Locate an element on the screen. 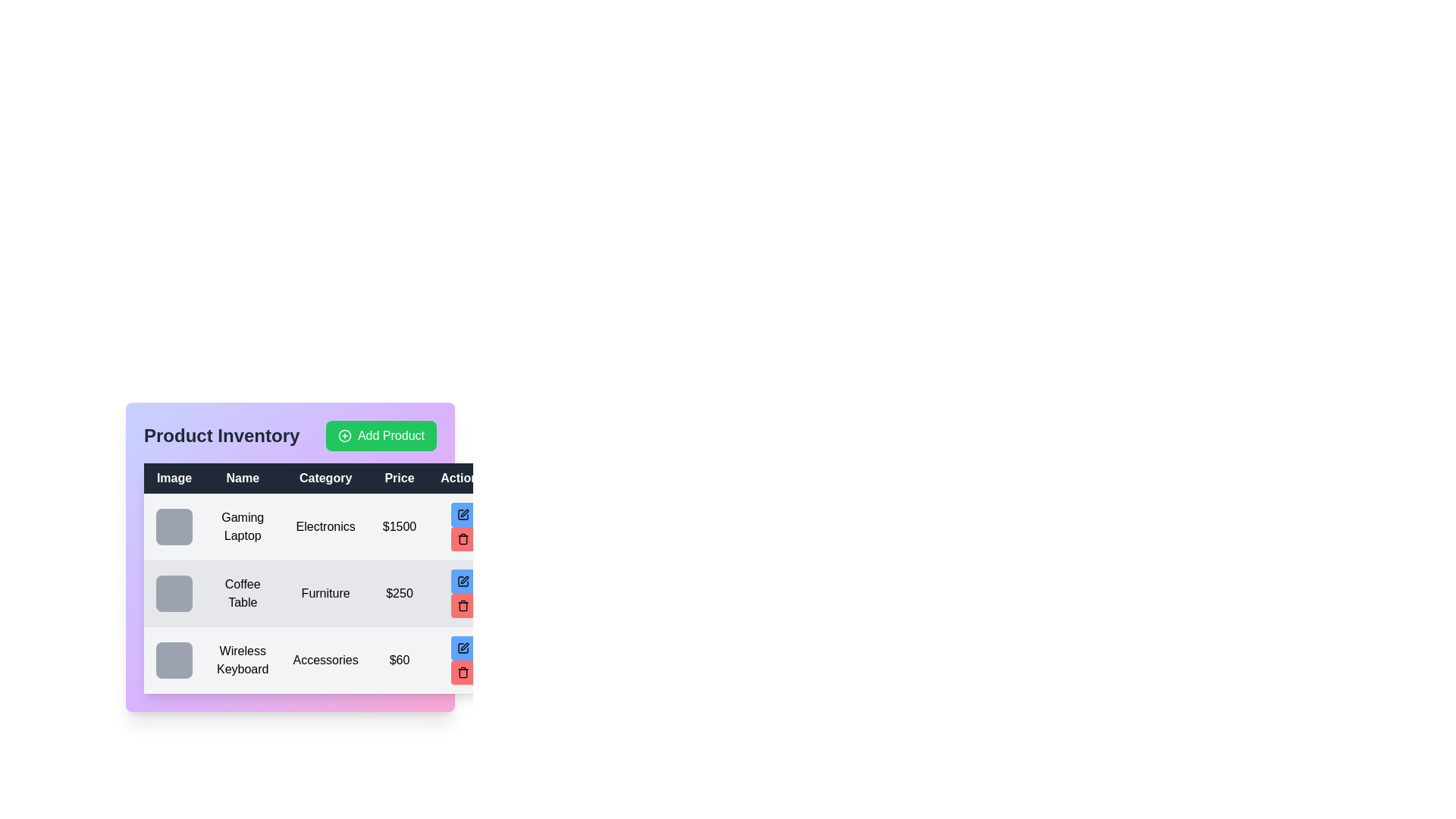 The image size is (1456, 819). the informational text label indicating the category 'Wireless Keyboard', which is located in the third row and third column of the table under the 'Category' heading is located at coordinates (325, 660).